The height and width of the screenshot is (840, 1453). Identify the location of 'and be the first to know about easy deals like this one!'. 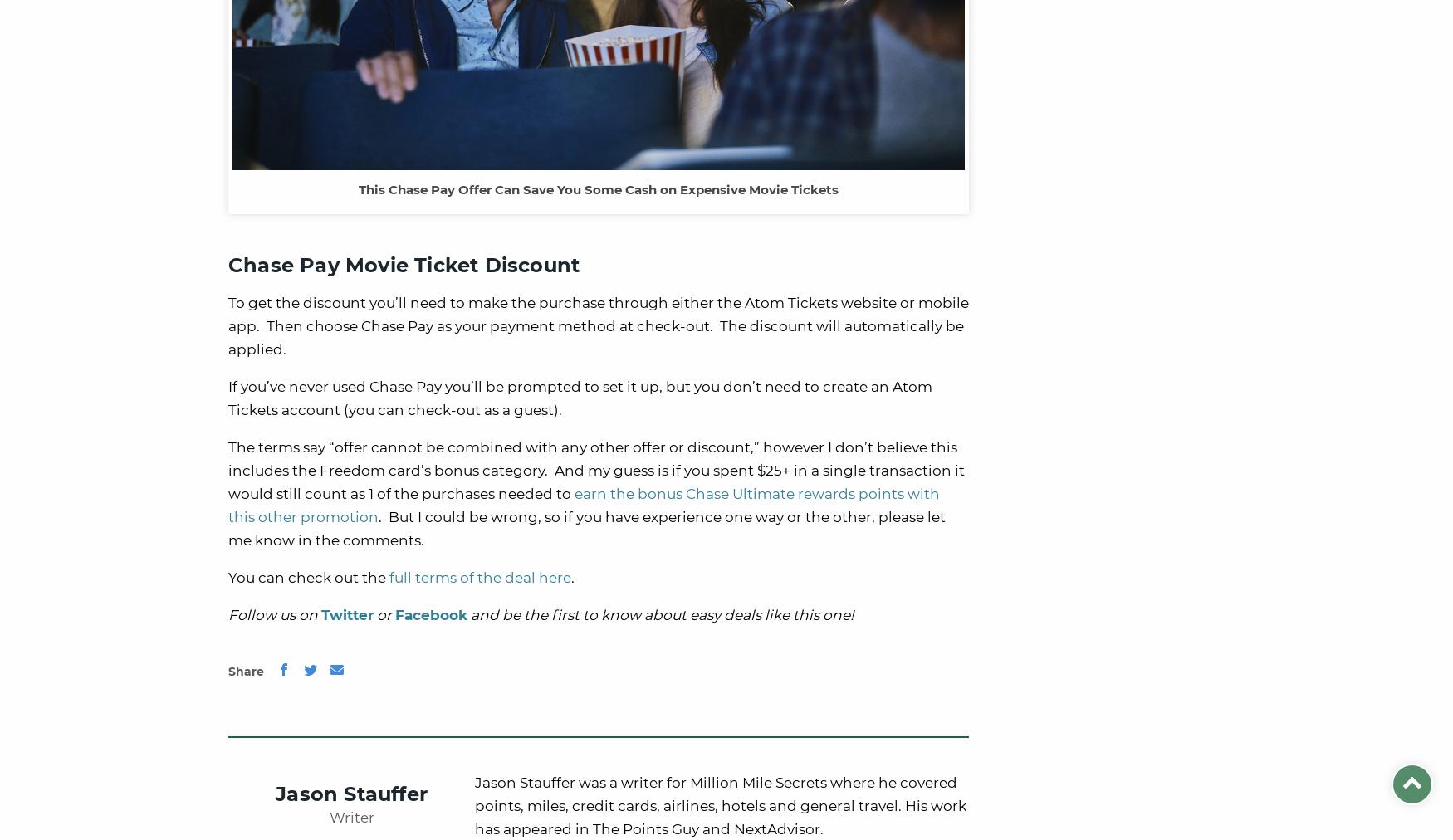
(659, 614).